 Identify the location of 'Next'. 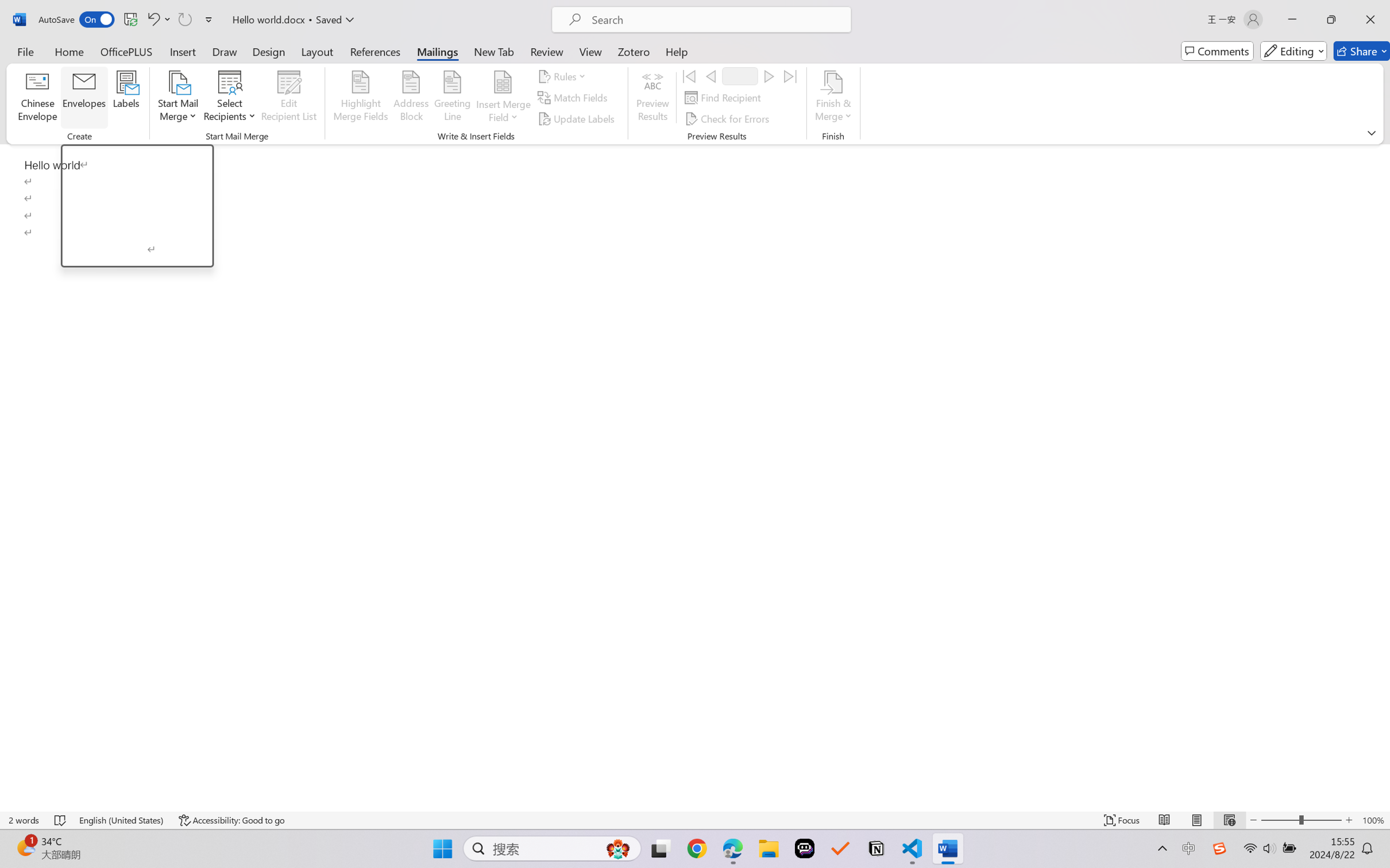
(769, 75).